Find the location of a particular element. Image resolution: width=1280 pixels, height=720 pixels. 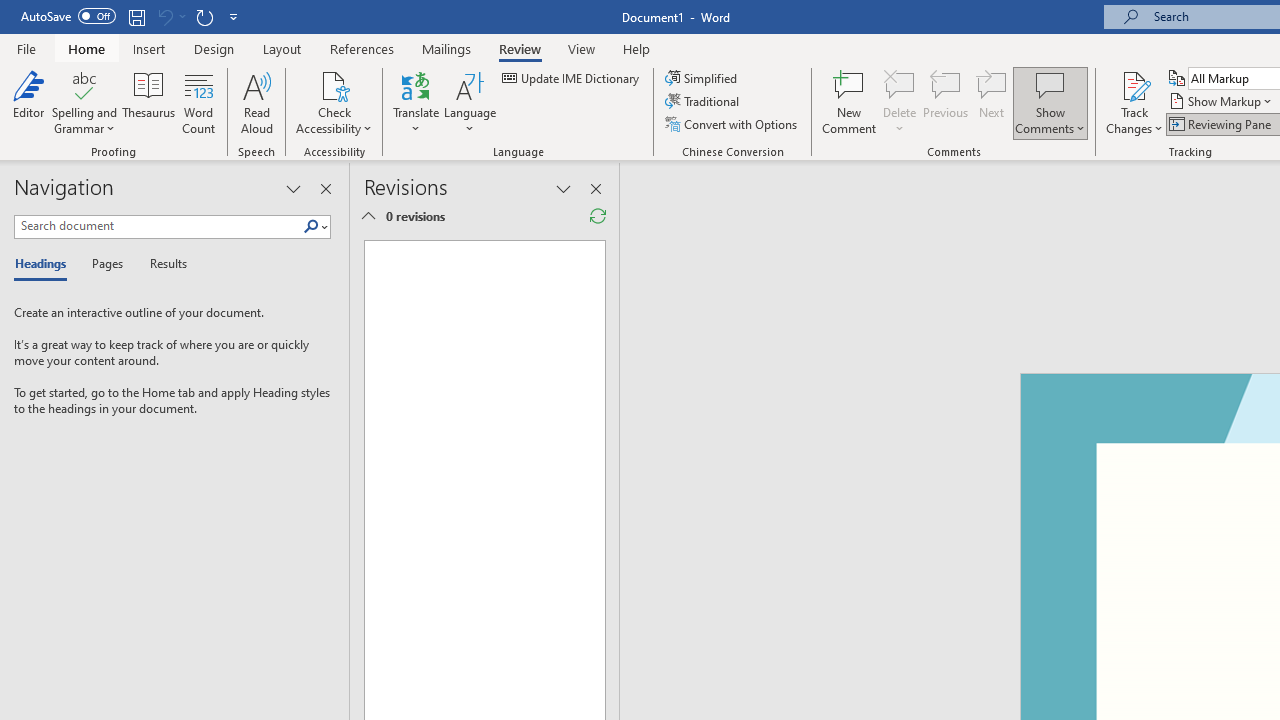

'New Comment' is located at coordinates (849, 103).